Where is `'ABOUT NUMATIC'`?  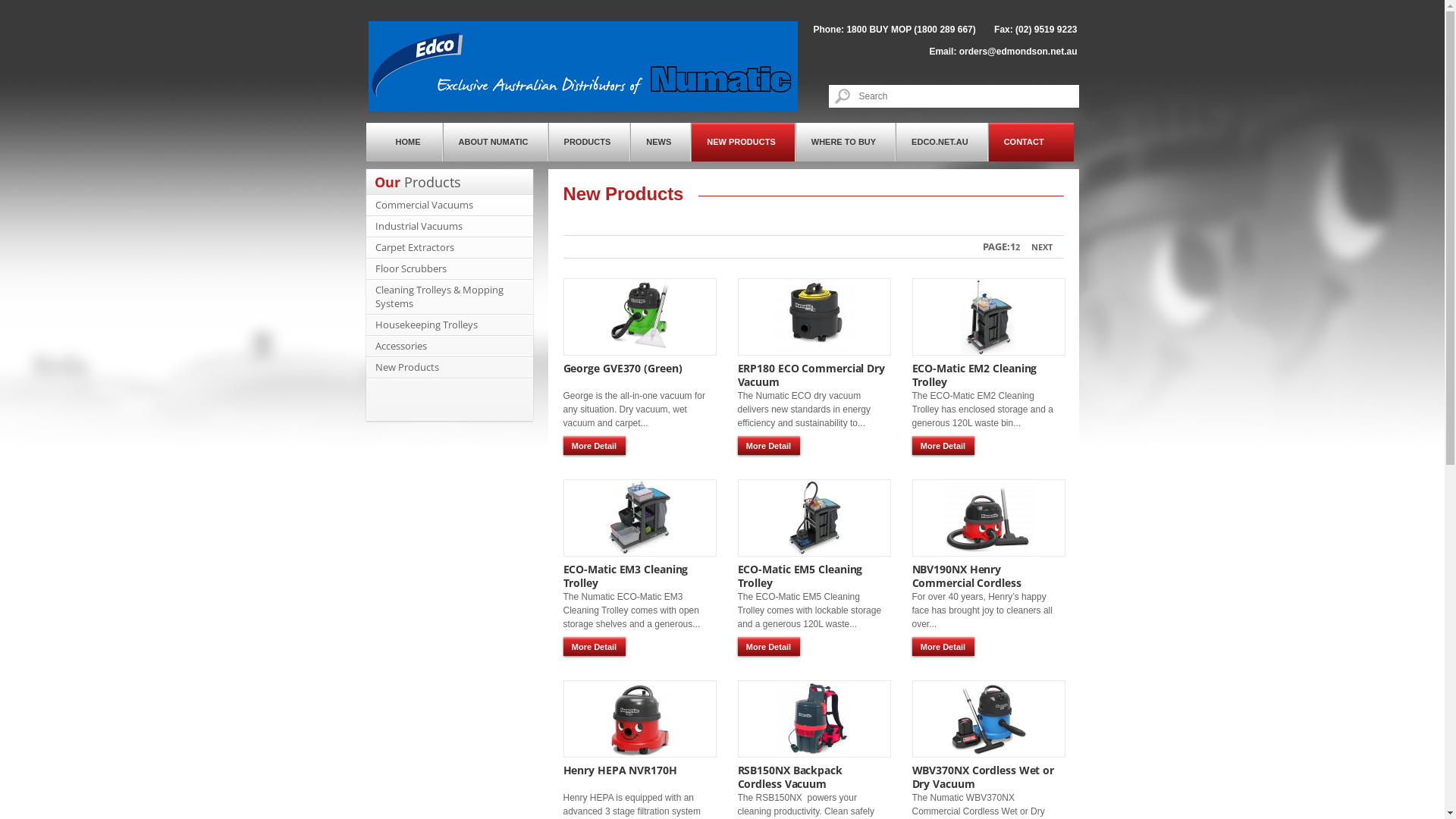
'ABOUT NUMATIC' is located at coordinates (495, 142).